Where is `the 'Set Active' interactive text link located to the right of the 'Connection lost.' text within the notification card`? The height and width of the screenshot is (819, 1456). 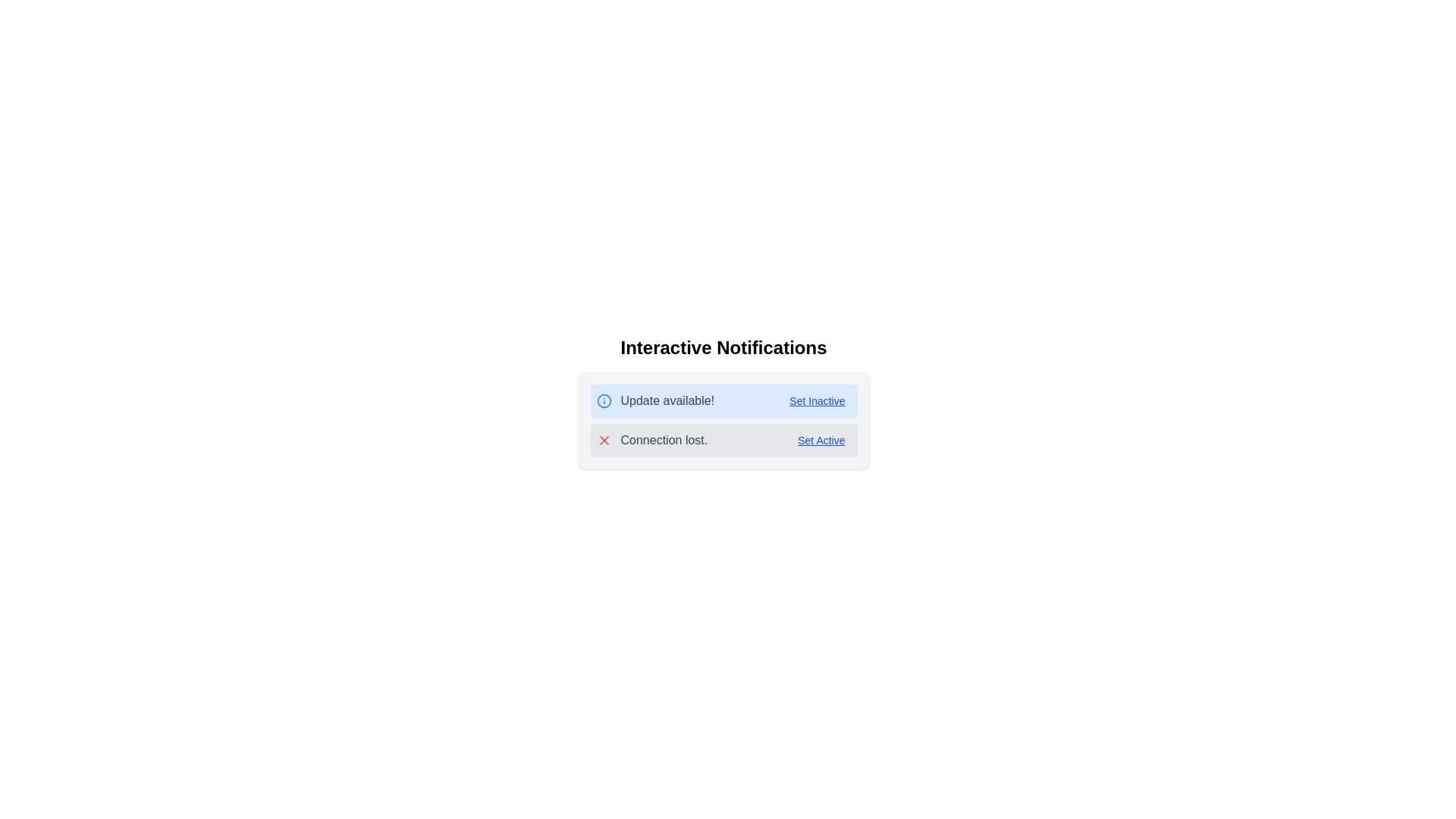
the 'Set Active' interactive text link located to the right of the 'Connection lost.' text within the notification card is located at coordinates (821, 441).